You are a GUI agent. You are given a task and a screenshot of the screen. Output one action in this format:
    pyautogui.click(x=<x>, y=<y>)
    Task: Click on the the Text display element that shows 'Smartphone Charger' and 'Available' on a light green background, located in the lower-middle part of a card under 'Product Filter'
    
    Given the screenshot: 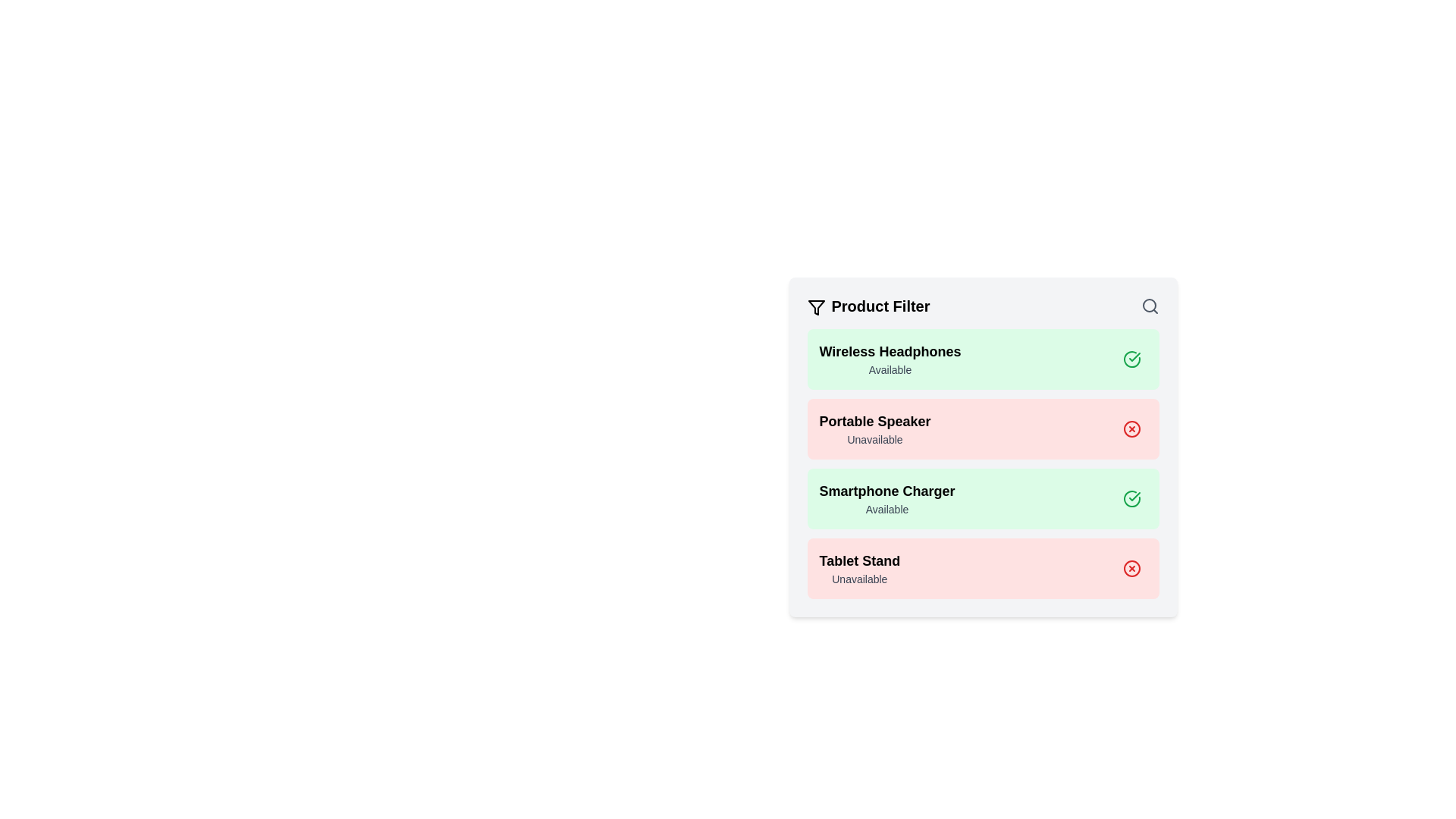 What is the action you would take?
    pyautogui.click(x=887, y=499)
    